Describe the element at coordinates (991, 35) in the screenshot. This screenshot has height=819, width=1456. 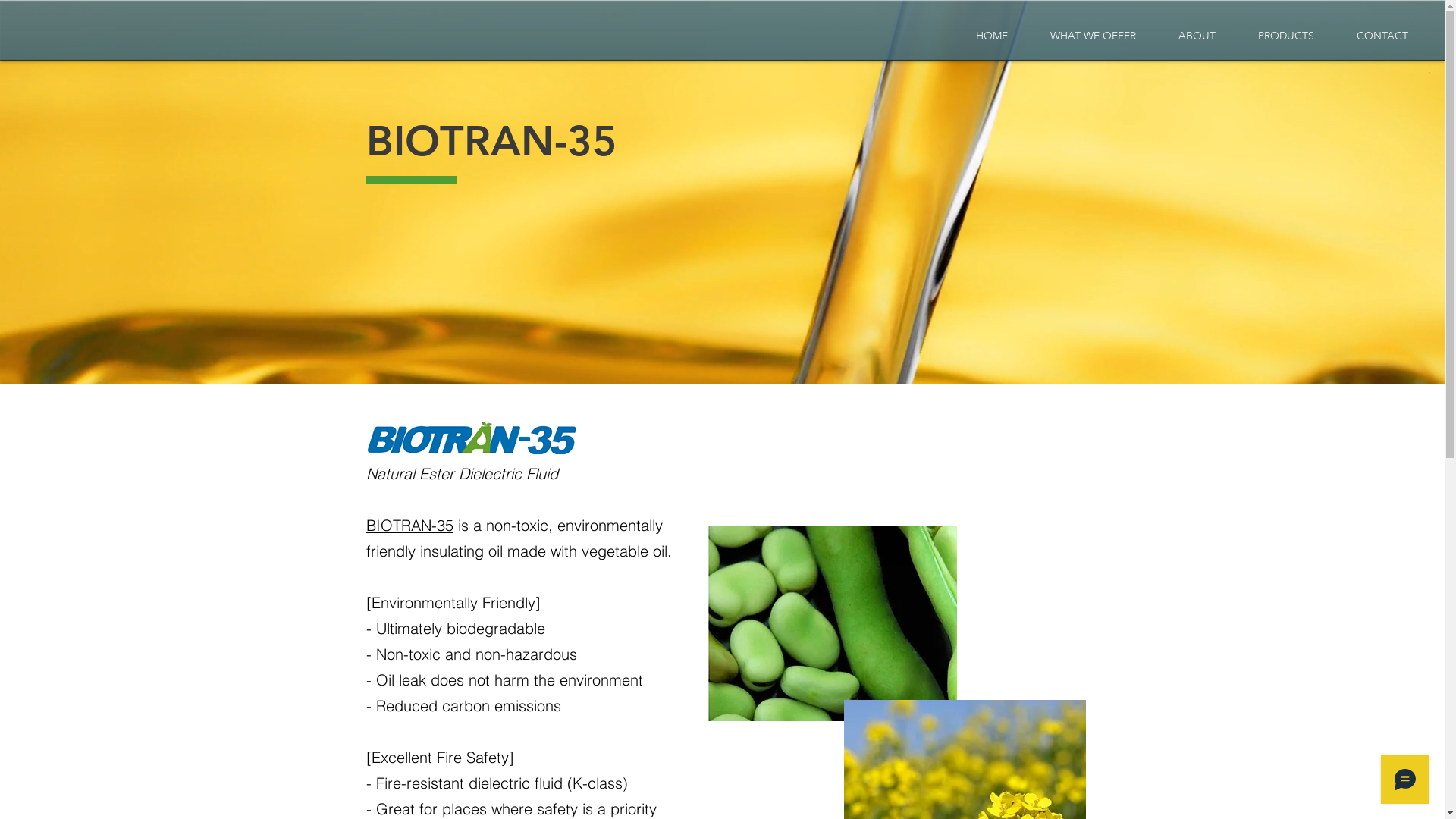
I see `'HOME'` at that location.